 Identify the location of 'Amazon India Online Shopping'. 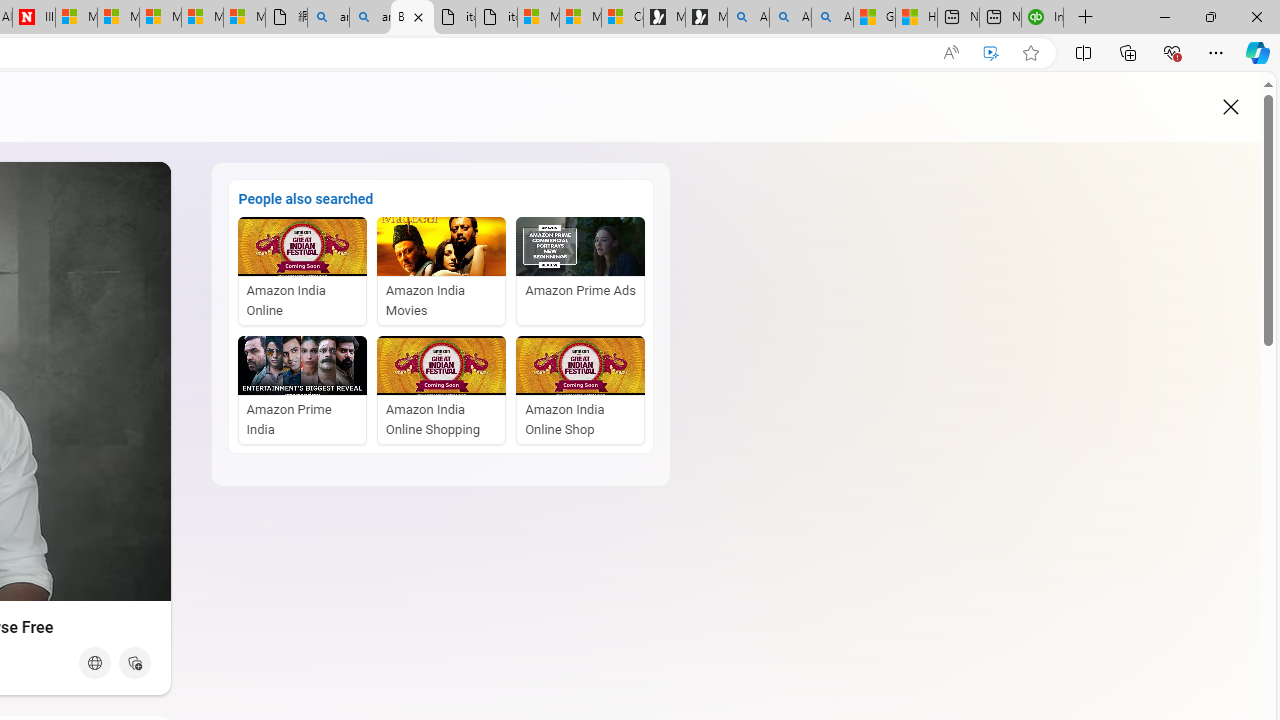
(440, 390).